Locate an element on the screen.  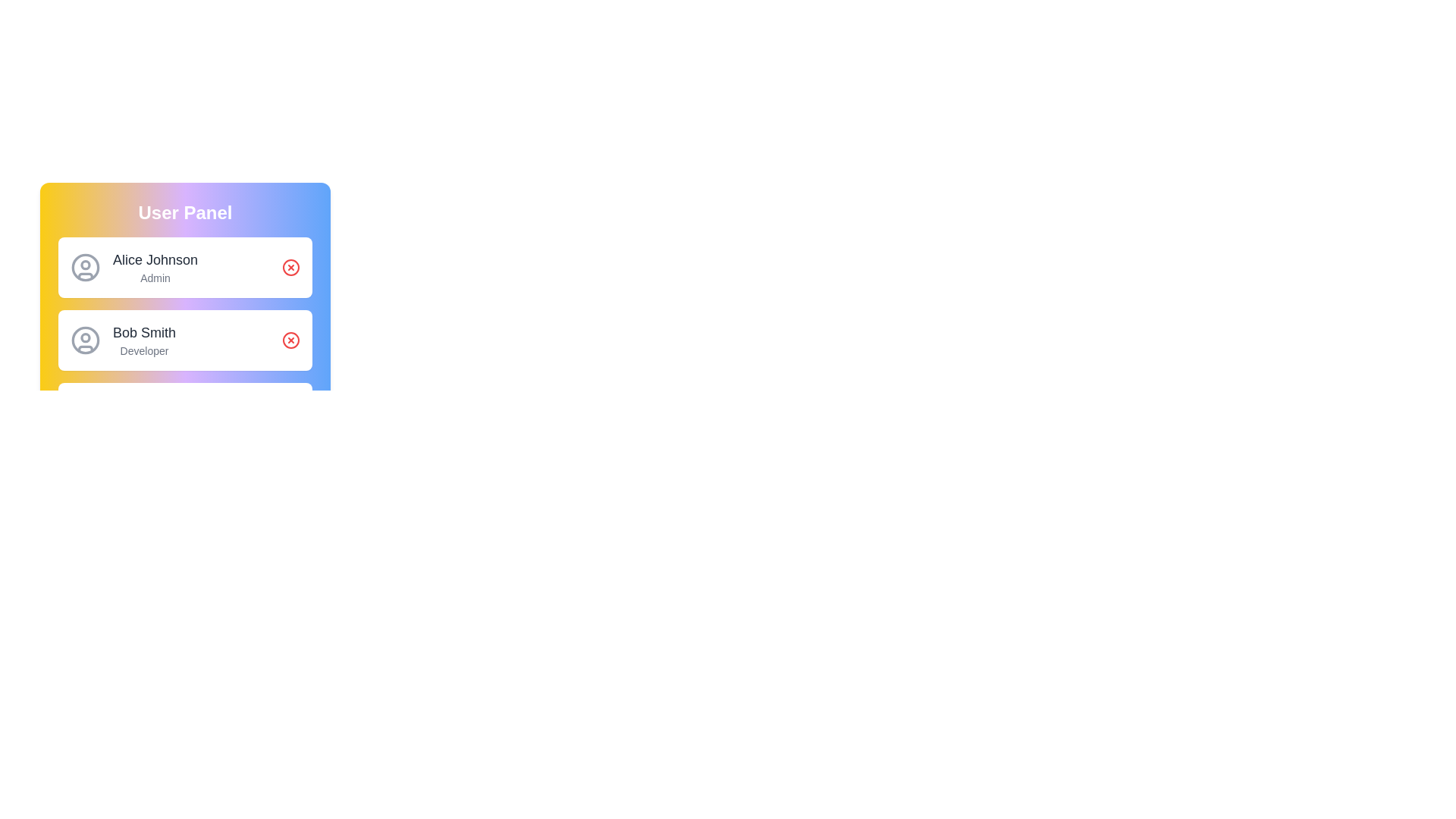
the second user card in the User Panel is located at coordinates (184, 339).